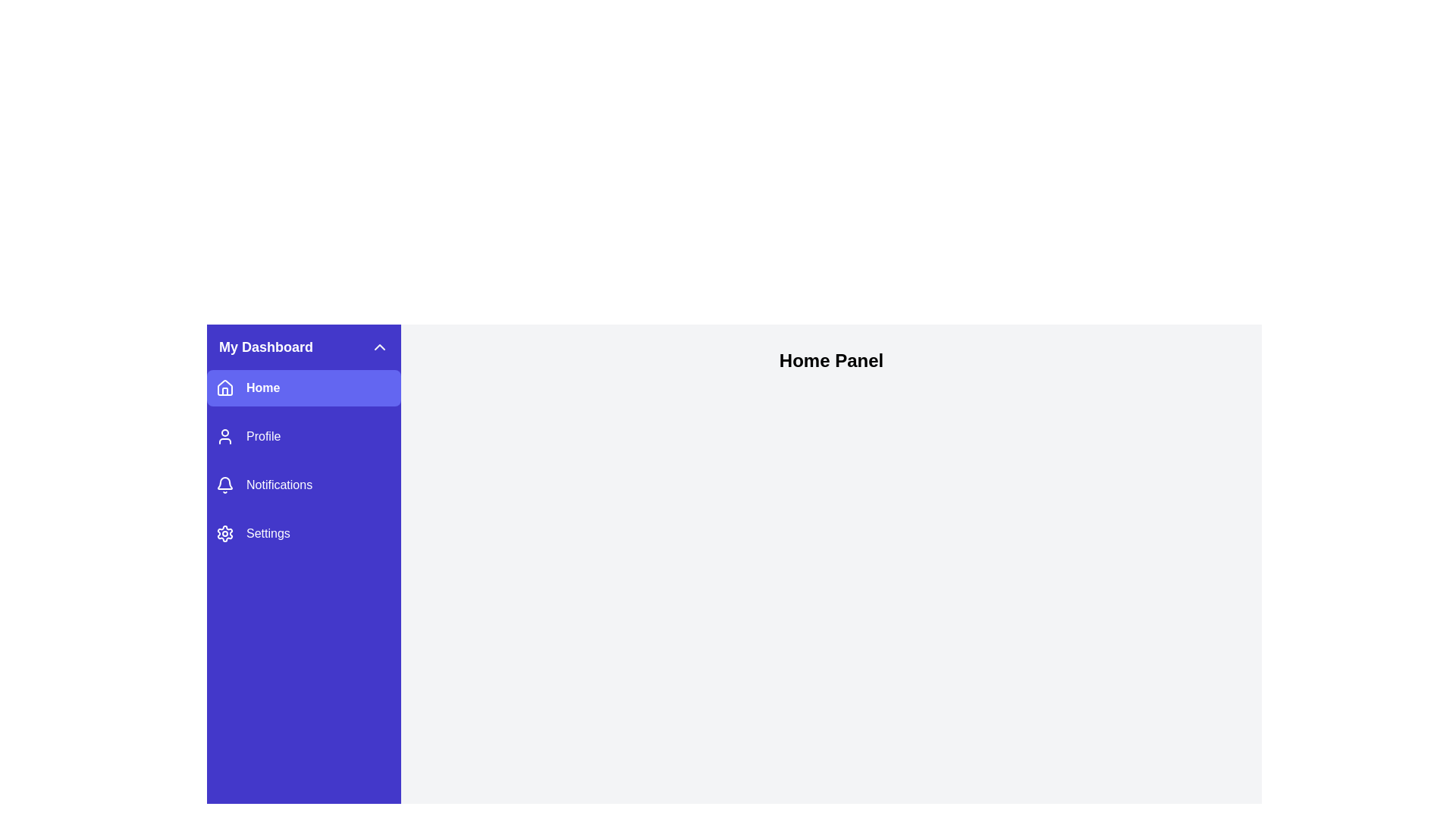 The height and width of the screenshot is (819, 1456). What do you see at coordinates (224, 485) in the screenshot?
I see `the bell-shaped icon with a thin outline located in the 'Notifications' menu item of the vertical navigation sidebar` at bounding box center [224, 485].